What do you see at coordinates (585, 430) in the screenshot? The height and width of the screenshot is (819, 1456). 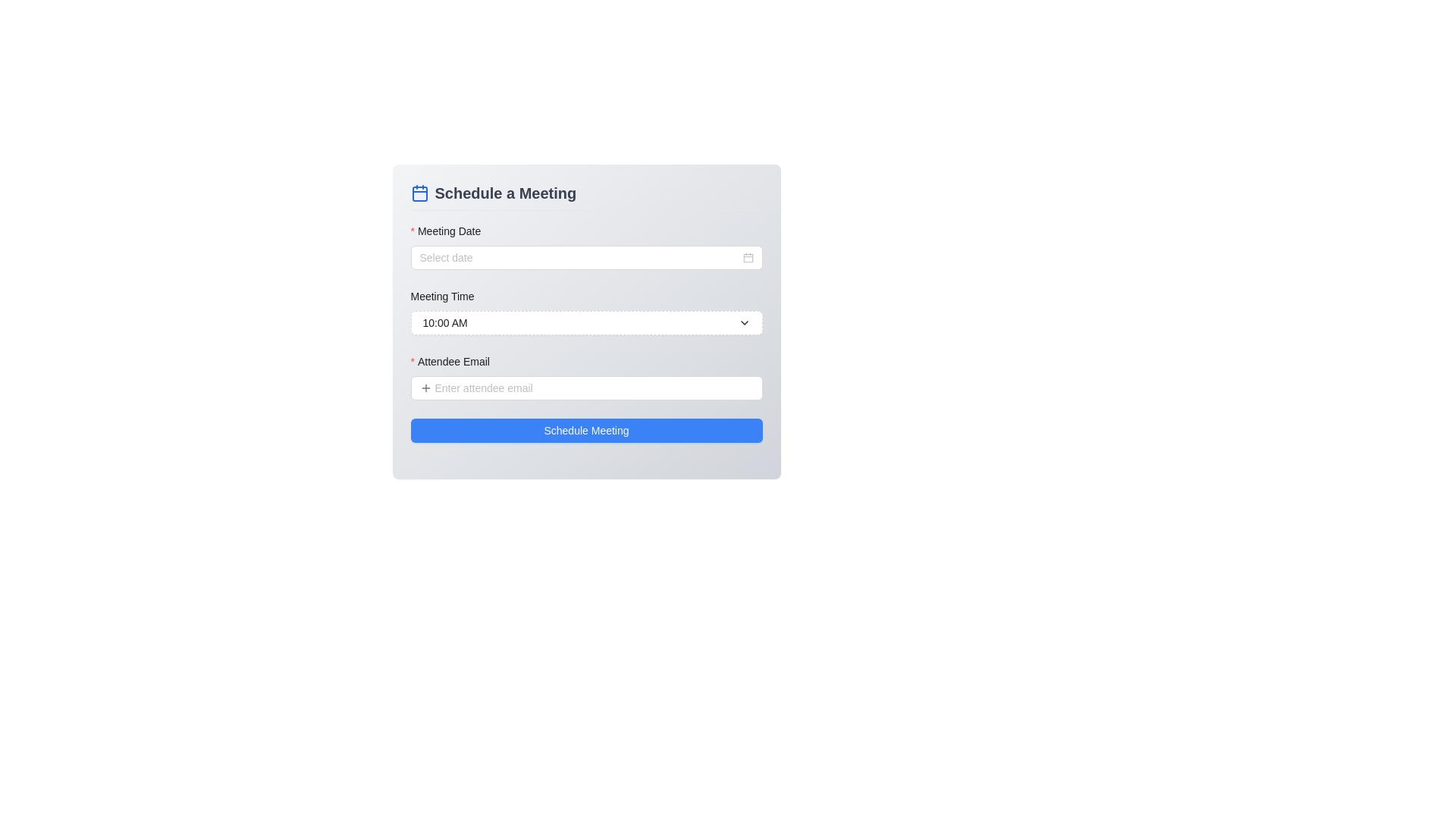 I see `the submission button located at the bottom of the 'Schedule a Meeting' form` at bounding box center [585, 430].